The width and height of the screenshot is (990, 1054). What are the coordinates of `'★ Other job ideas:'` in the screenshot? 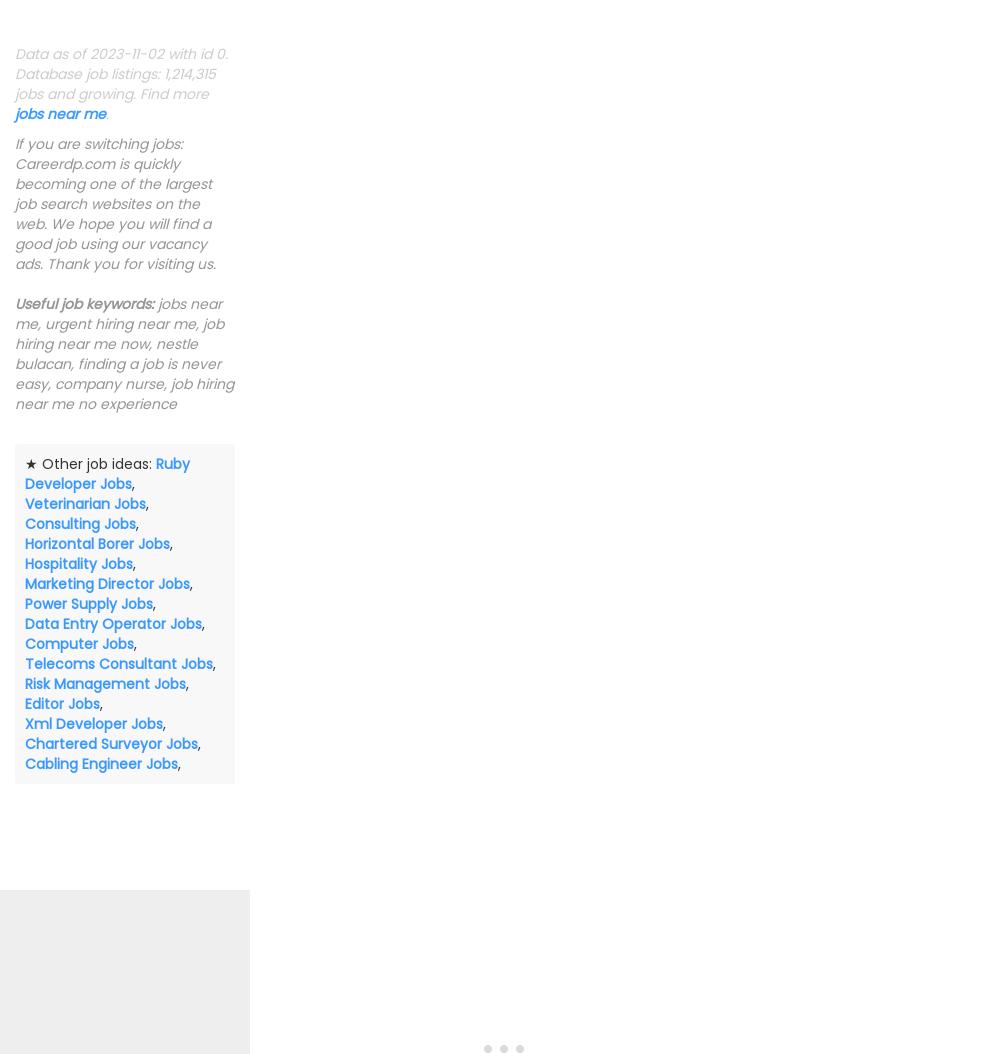 It's located at (90, 463).